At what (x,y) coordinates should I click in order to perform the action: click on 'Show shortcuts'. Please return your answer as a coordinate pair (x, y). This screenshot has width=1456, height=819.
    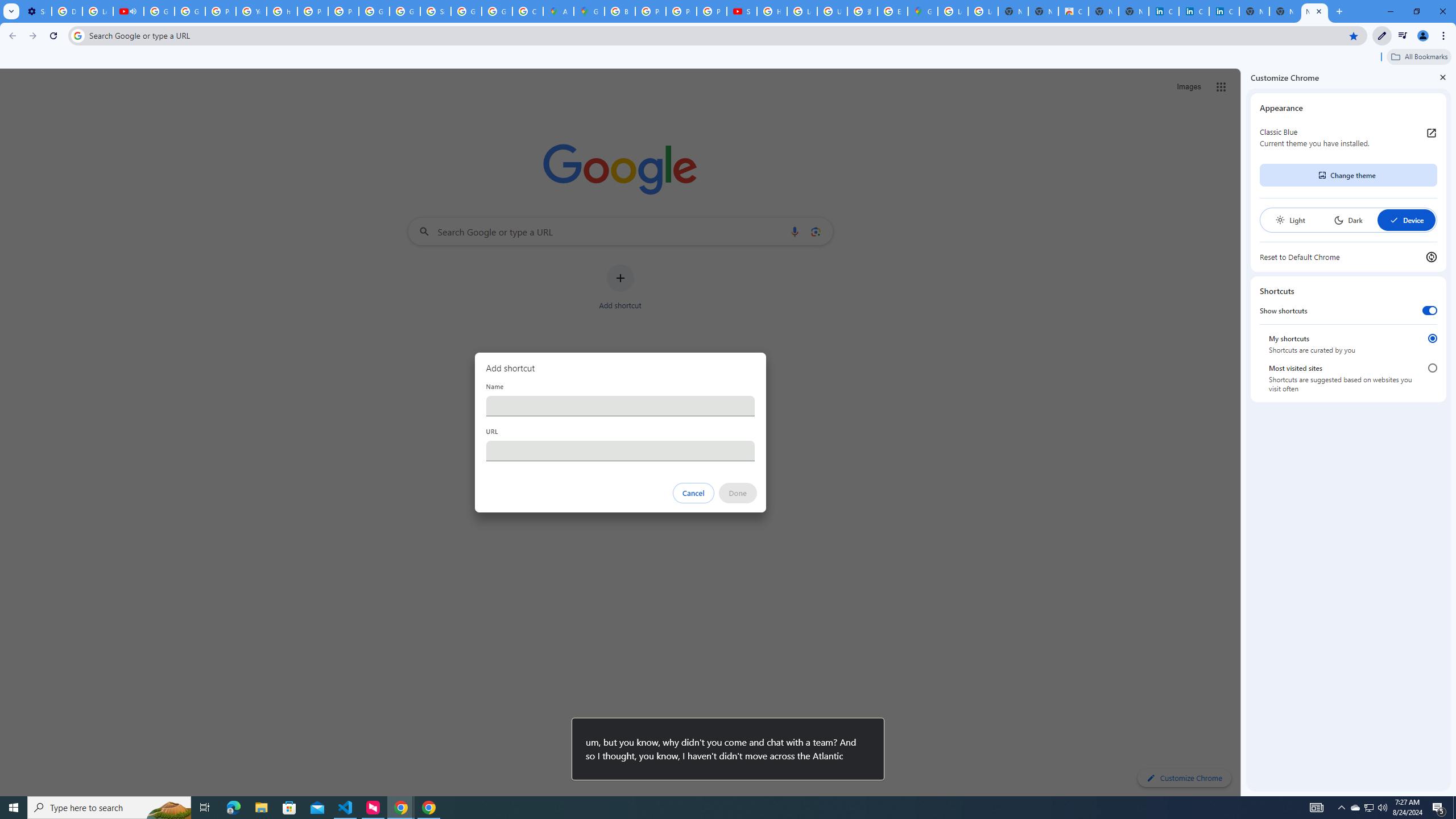
    Looking at the image, I should click on (1429, 310).